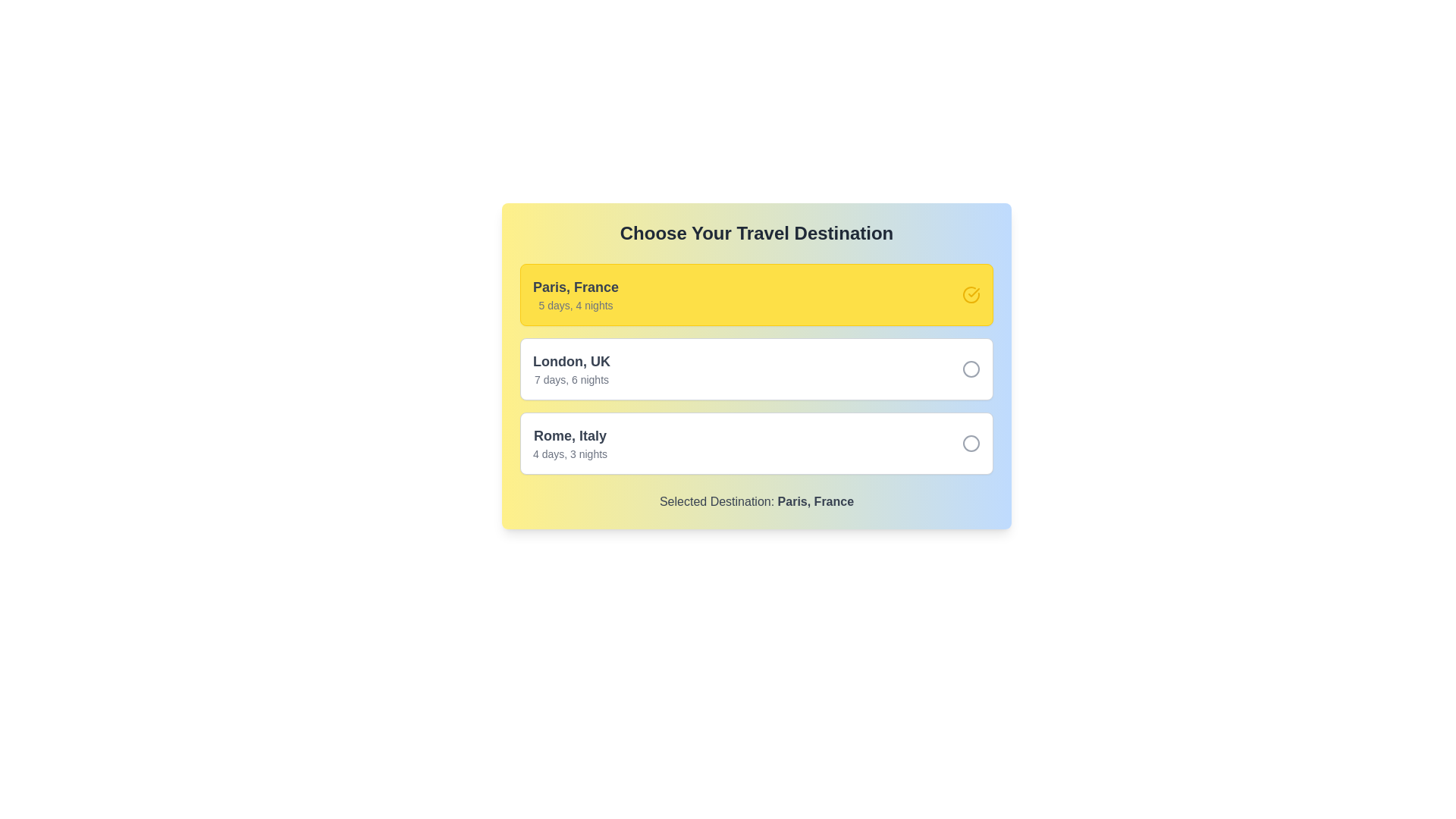 The height and width of the screenshot is (819, 1456). I want to click on the text element displaying '5 days, 4 nights', which is located below the 'Paris, France' label in a yellow-highlighted selection section, so click(575, 305).